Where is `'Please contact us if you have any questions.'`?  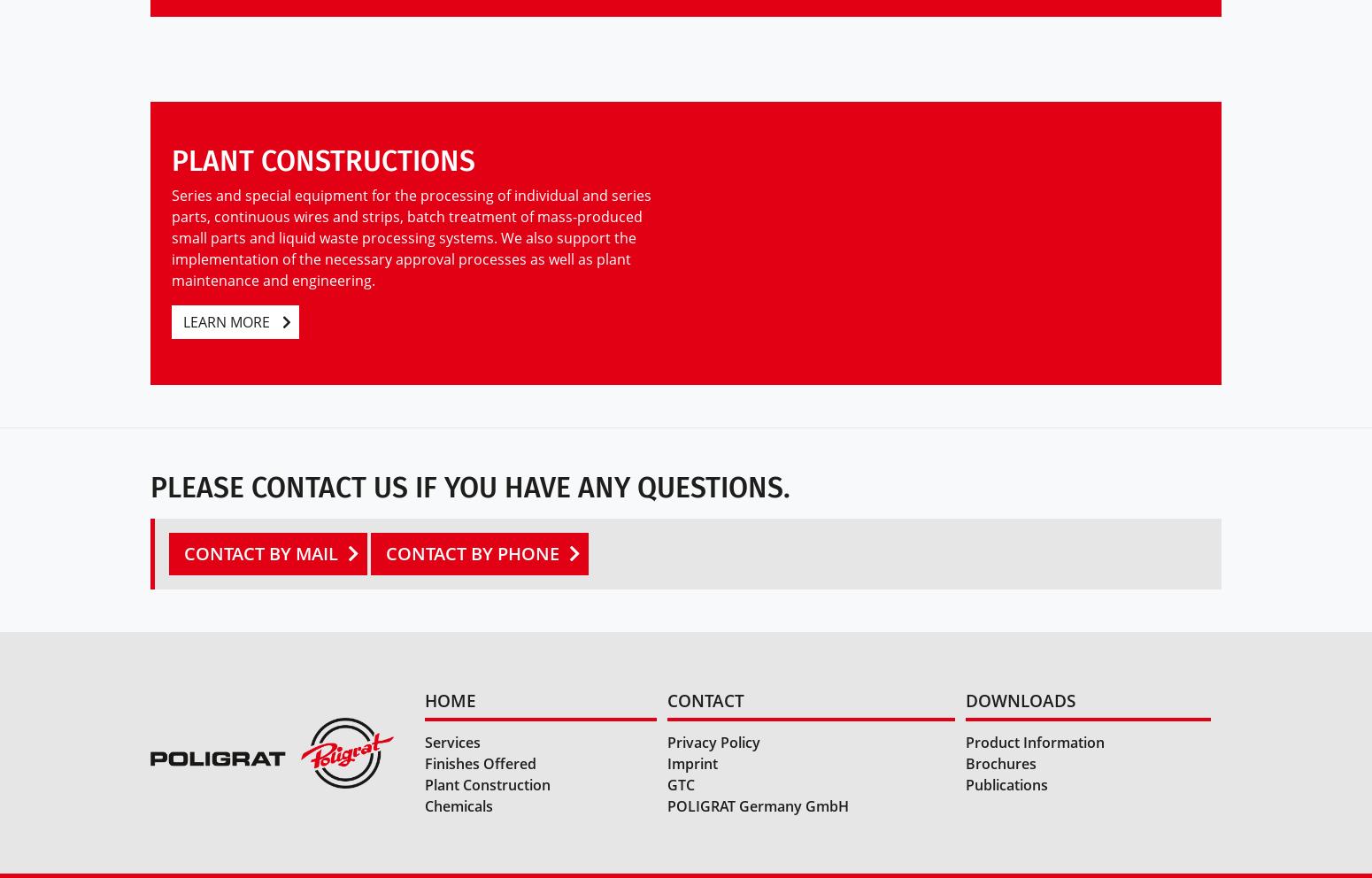
'Please contact us if you have any questions.' is located at coordinates (469, 486).